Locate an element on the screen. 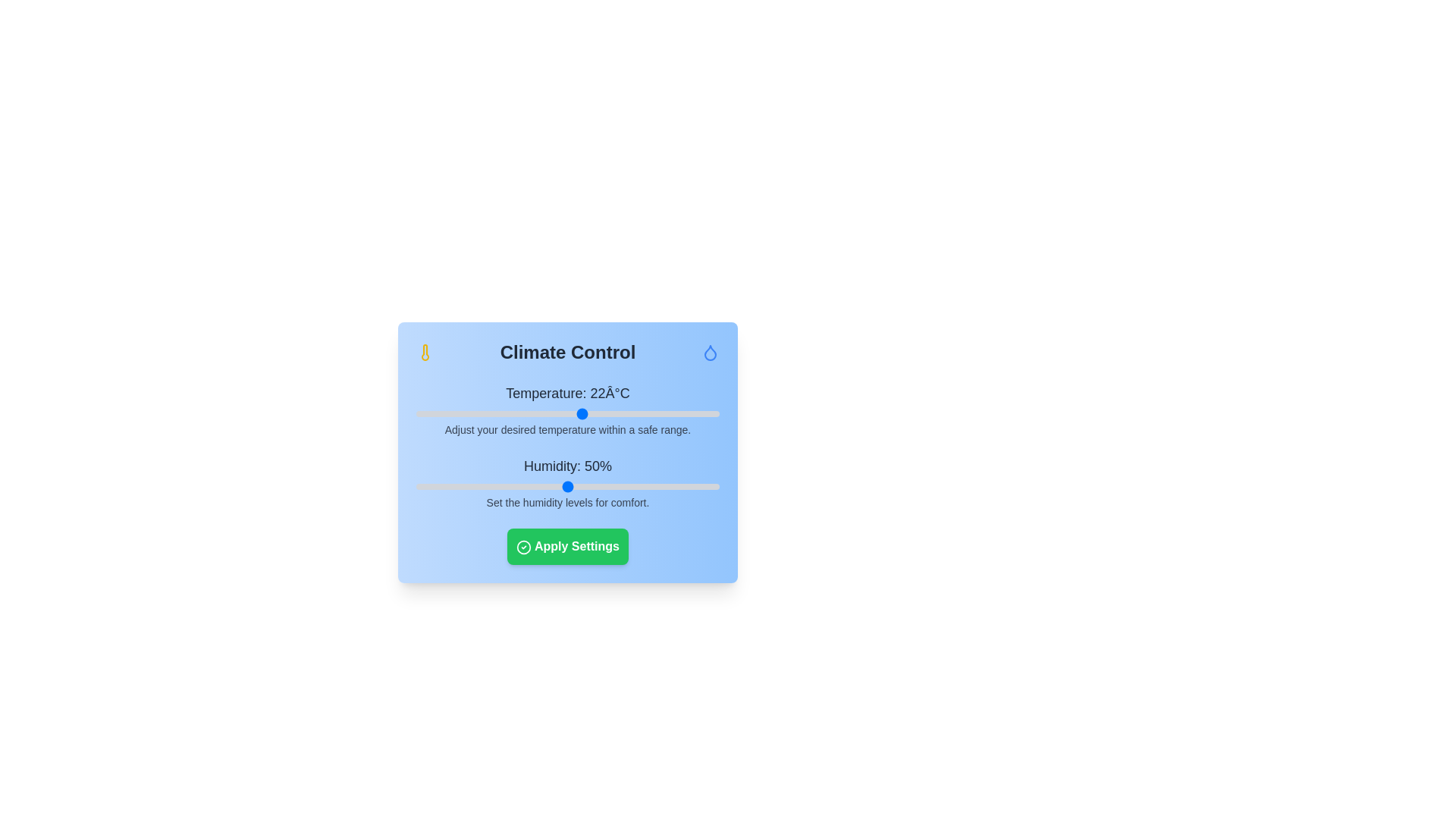 This screenshot has width=1456, height=819. the thermometer icon located in the 'Climate Control' section, positioned at the top-left corner next to the header text 'Climate Control' is located at coordinates (425, 353).